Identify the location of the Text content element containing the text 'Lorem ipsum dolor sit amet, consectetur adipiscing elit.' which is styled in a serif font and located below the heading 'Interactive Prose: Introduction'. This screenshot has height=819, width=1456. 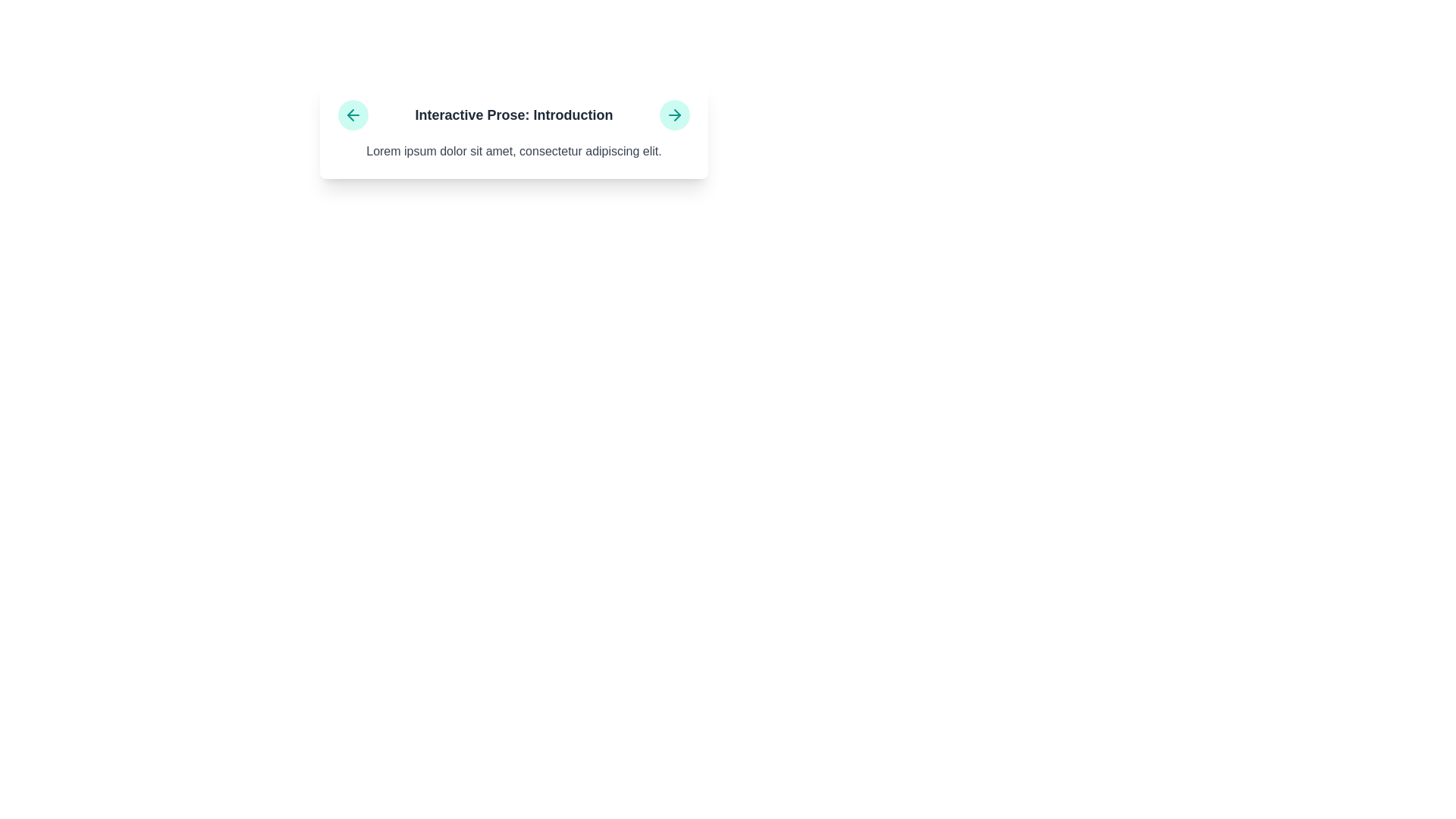
(513, 152).